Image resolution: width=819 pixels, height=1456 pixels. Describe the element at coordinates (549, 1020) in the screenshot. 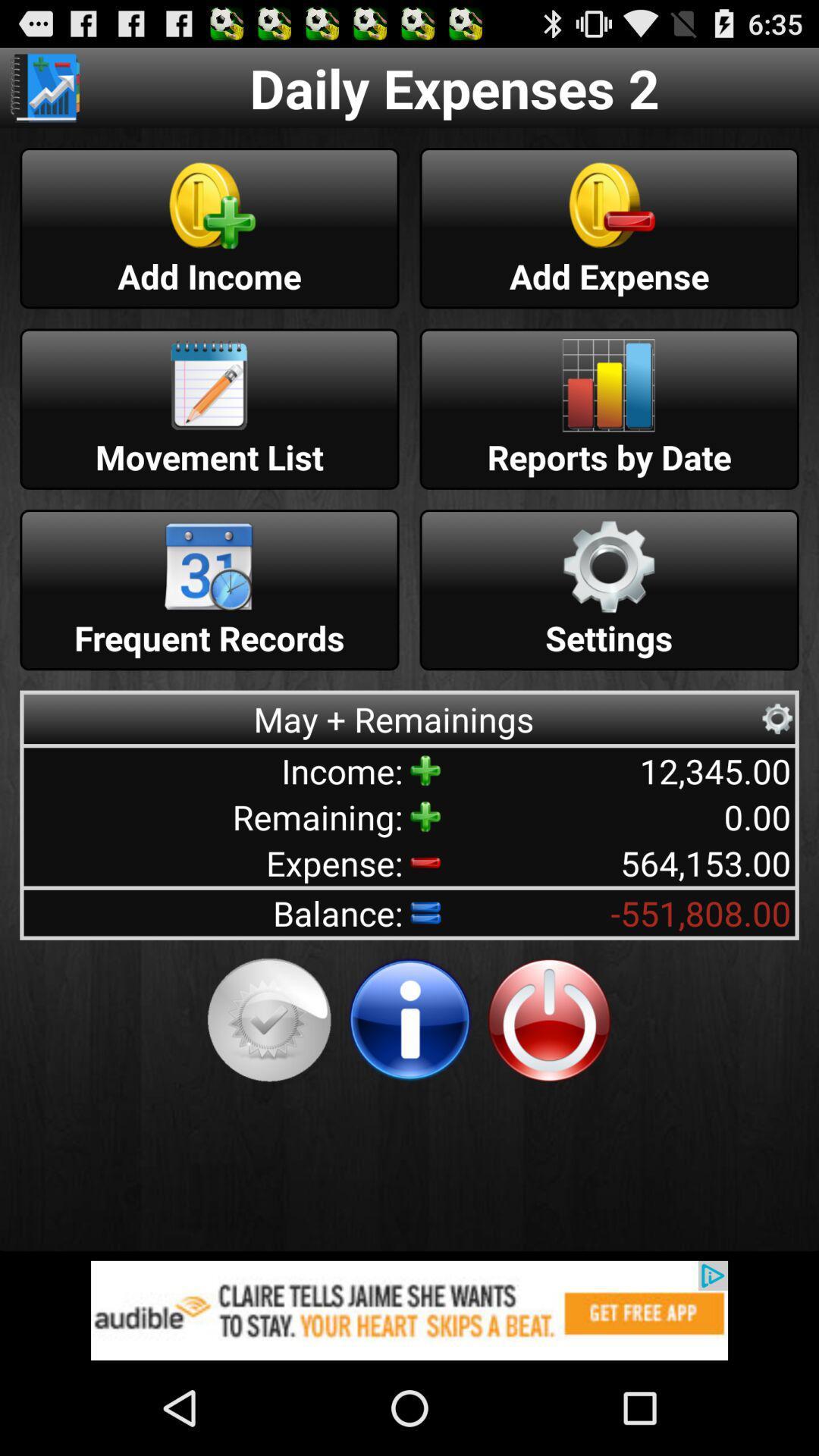

I see `the app` at that location.